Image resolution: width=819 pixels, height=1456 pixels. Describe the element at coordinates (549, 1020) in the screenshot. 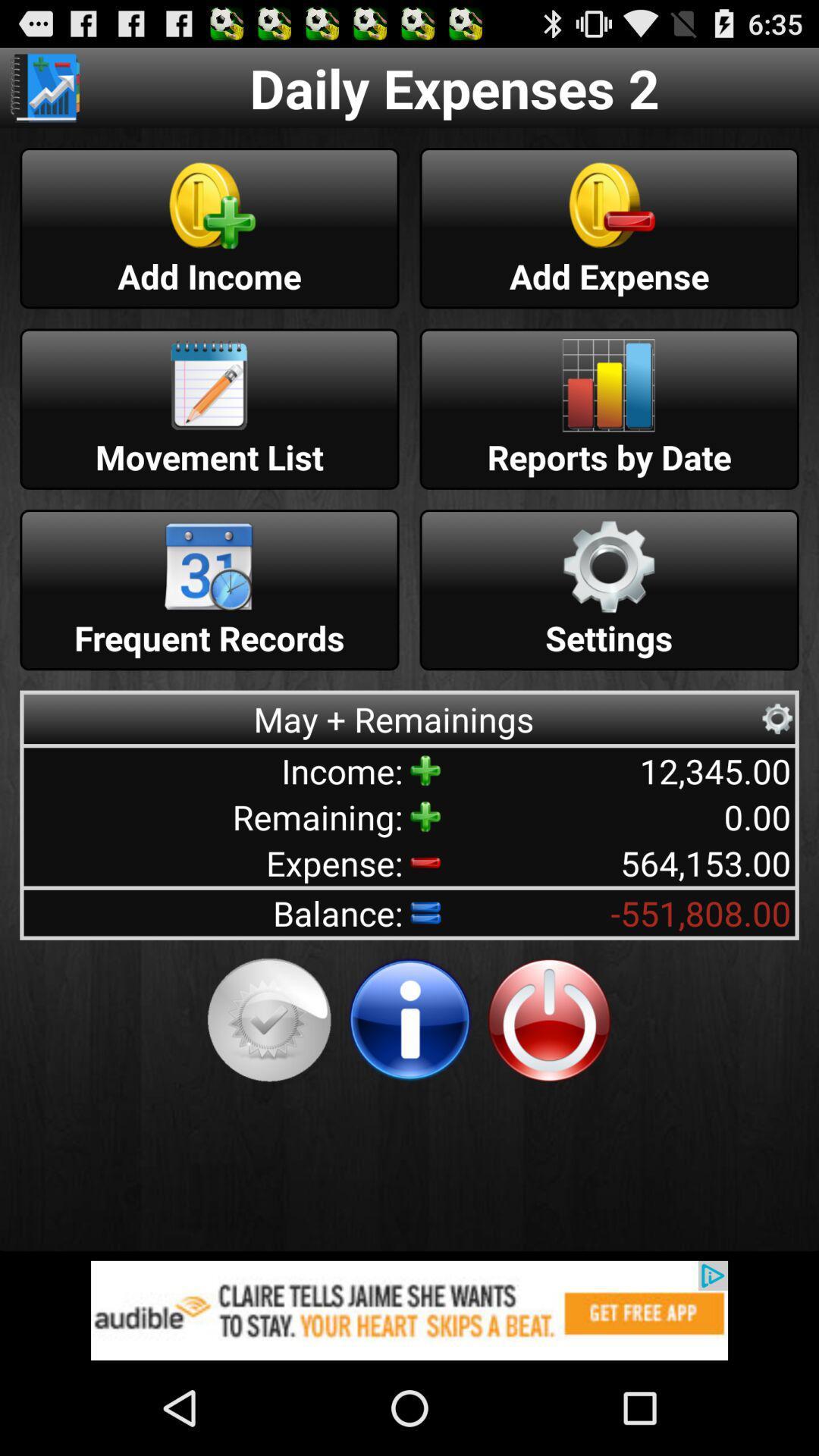

I see `the app` at that location.